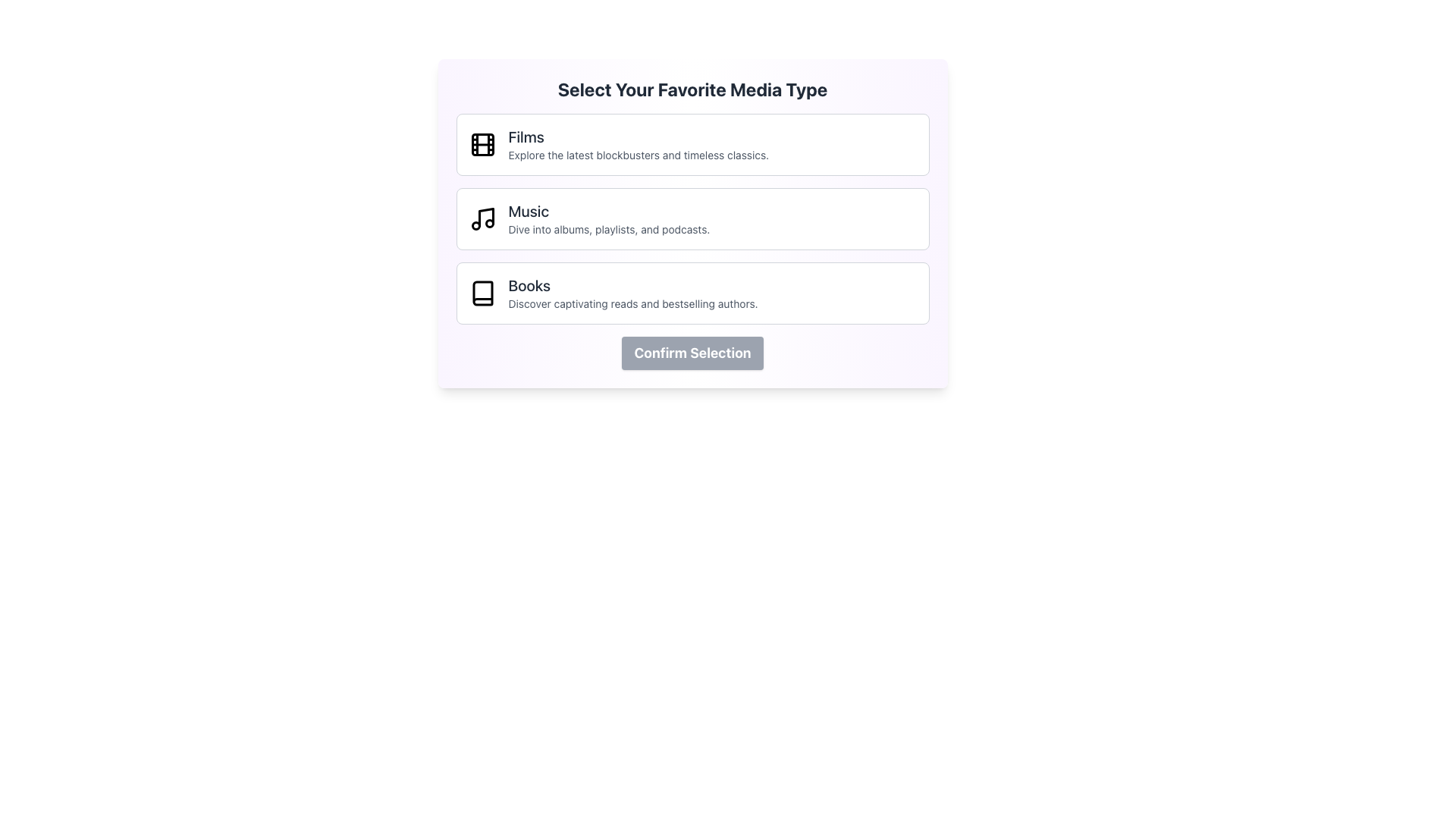 This screenshot has height=819, width=1456. Describe the element at coordinates (639, 155) in the screenshot. I see `the text label that reads 'Explore the latest blockbusters and timeless classics.' which is located below the 'Films' header` at that location.